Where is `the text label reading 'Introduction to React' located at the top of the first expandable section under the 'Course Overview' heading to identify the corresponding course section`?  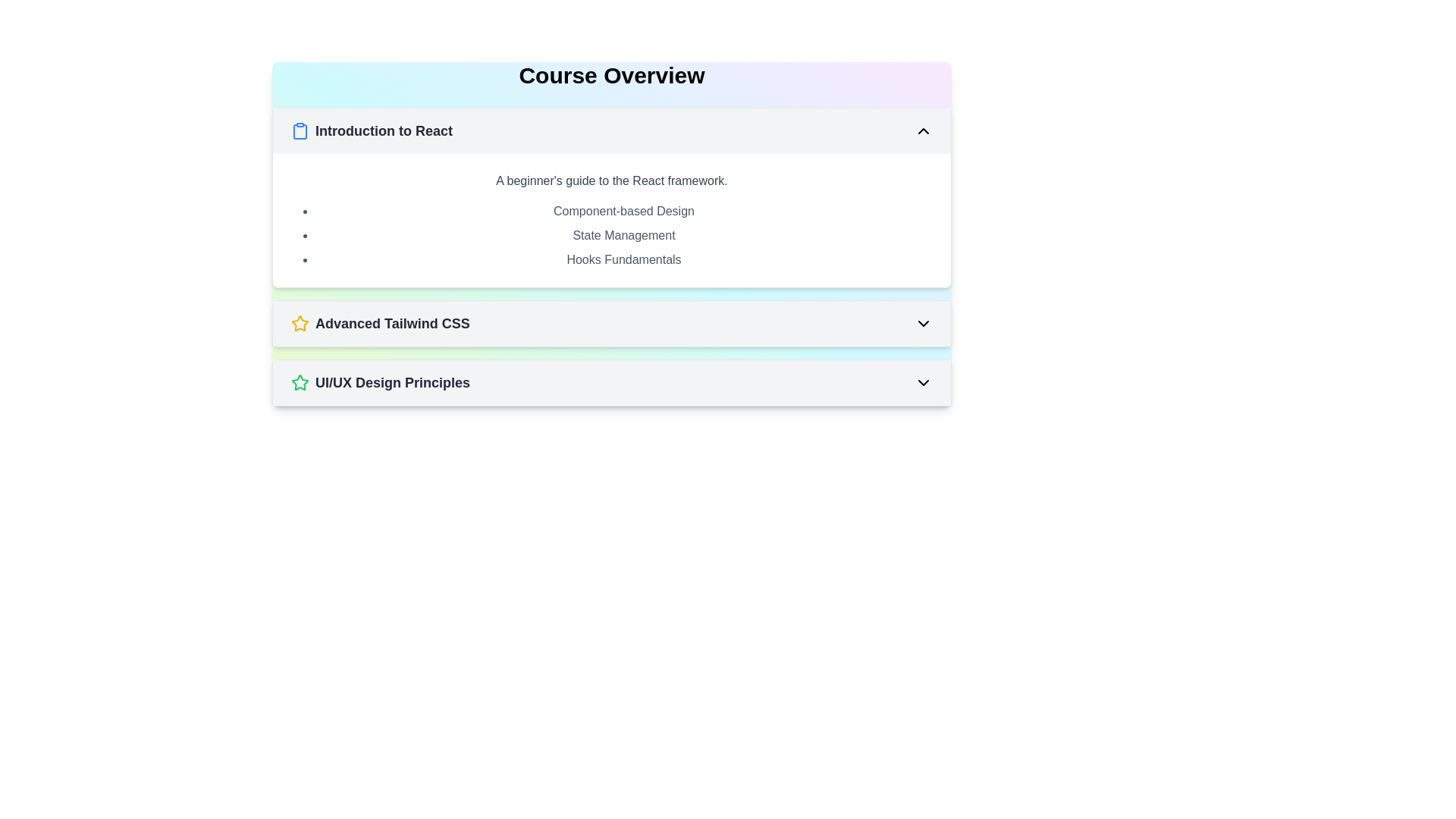
the text label reading 'Introduction to React' located at the top of the first expandable section under the 'Course Overview' heading to identify the corresponding course section is located at coordinates (384, 130).